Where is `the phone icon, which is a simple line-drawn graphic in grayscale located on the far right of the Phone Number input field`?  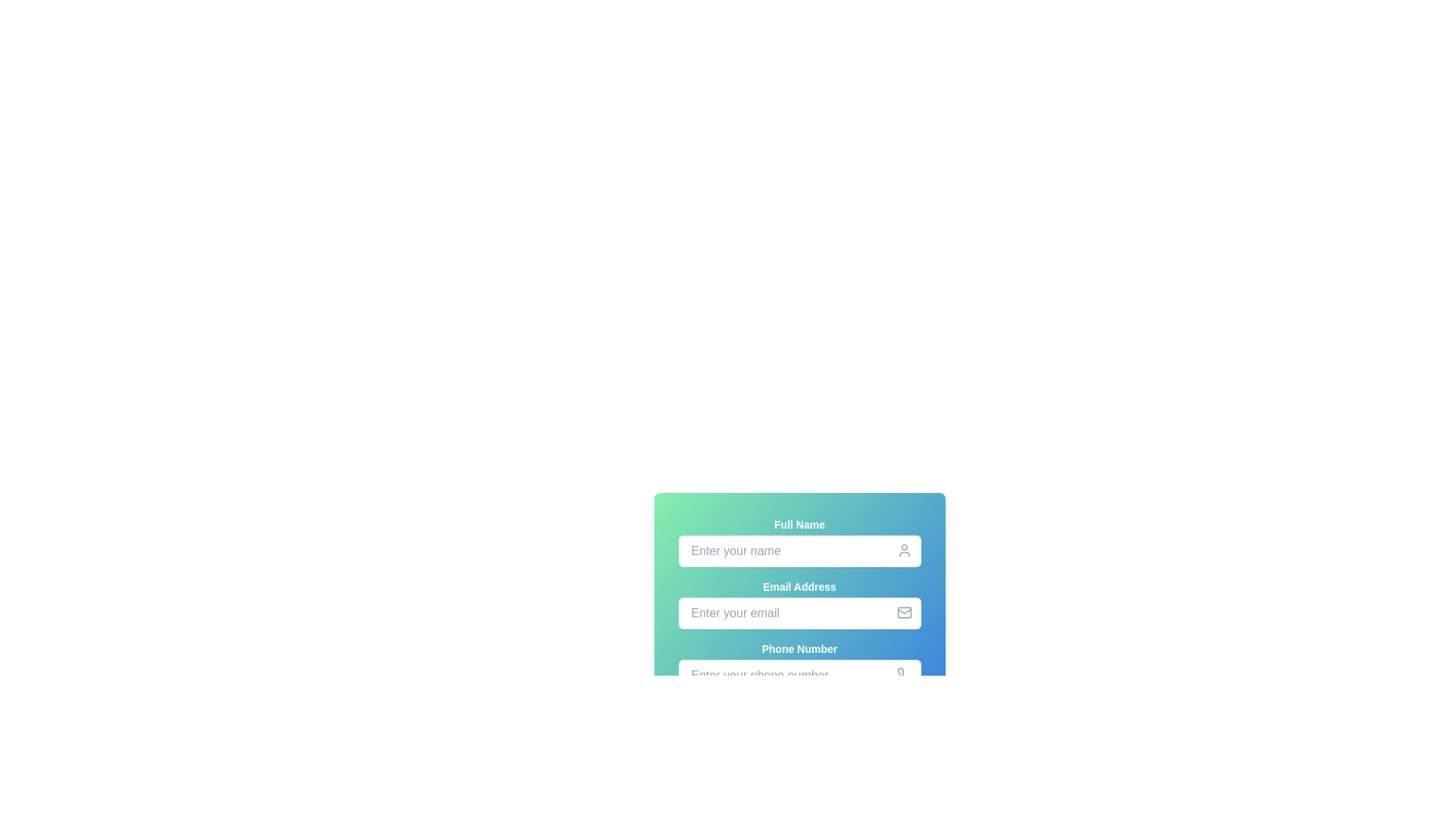
the phone icon, which is a simple line-drawn graphic in grayscale located on the far right of the Phone Number input field is located at coordinates (904, 674).